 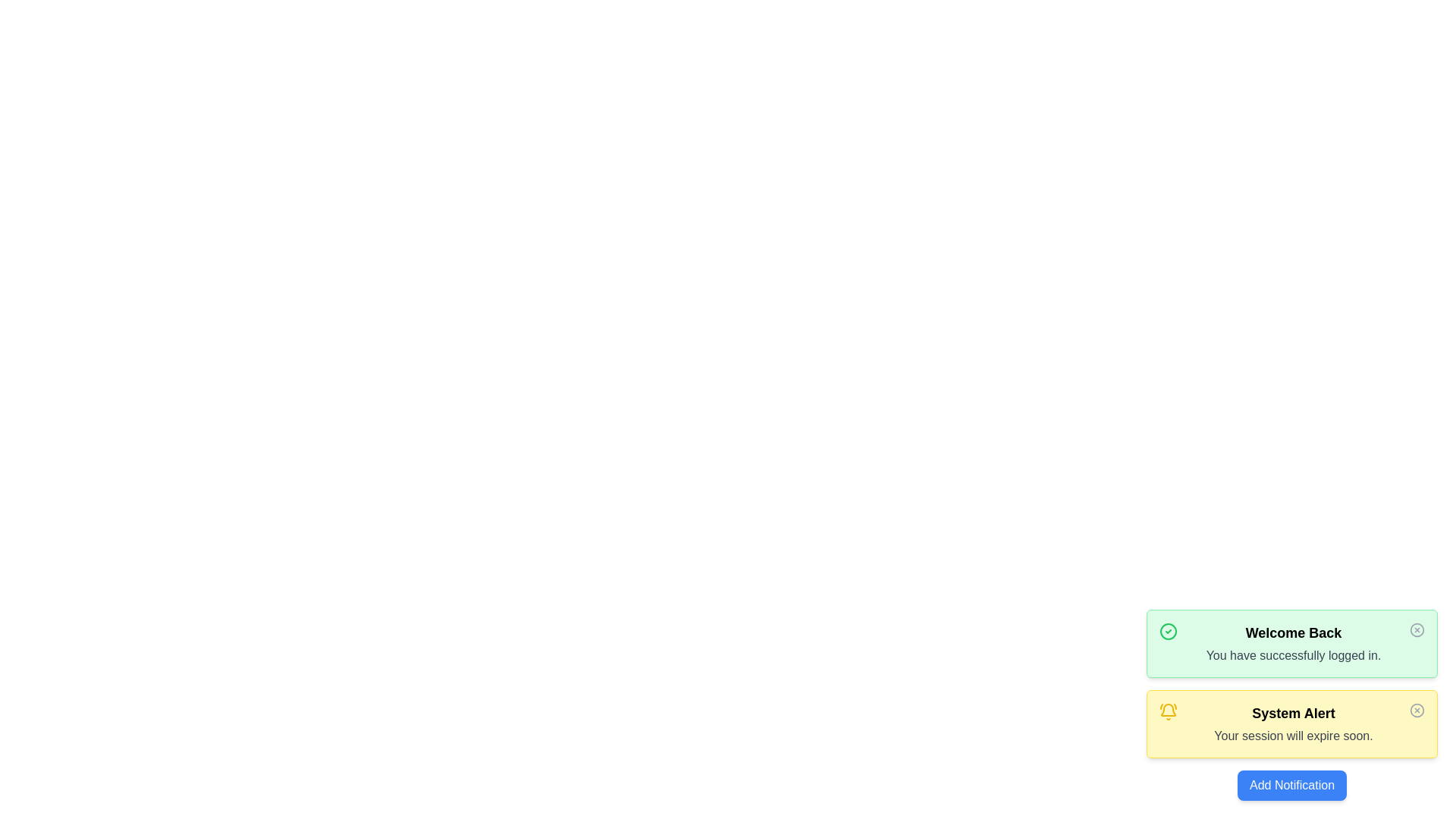 What do you see at coordinates (1292, 723) in the screenshot?
I see `message from the textual notification labeled 'System Alert' that indicates 'Your session will expire soon.' displayed over a yellow background` at bounding box center [1292, 723].